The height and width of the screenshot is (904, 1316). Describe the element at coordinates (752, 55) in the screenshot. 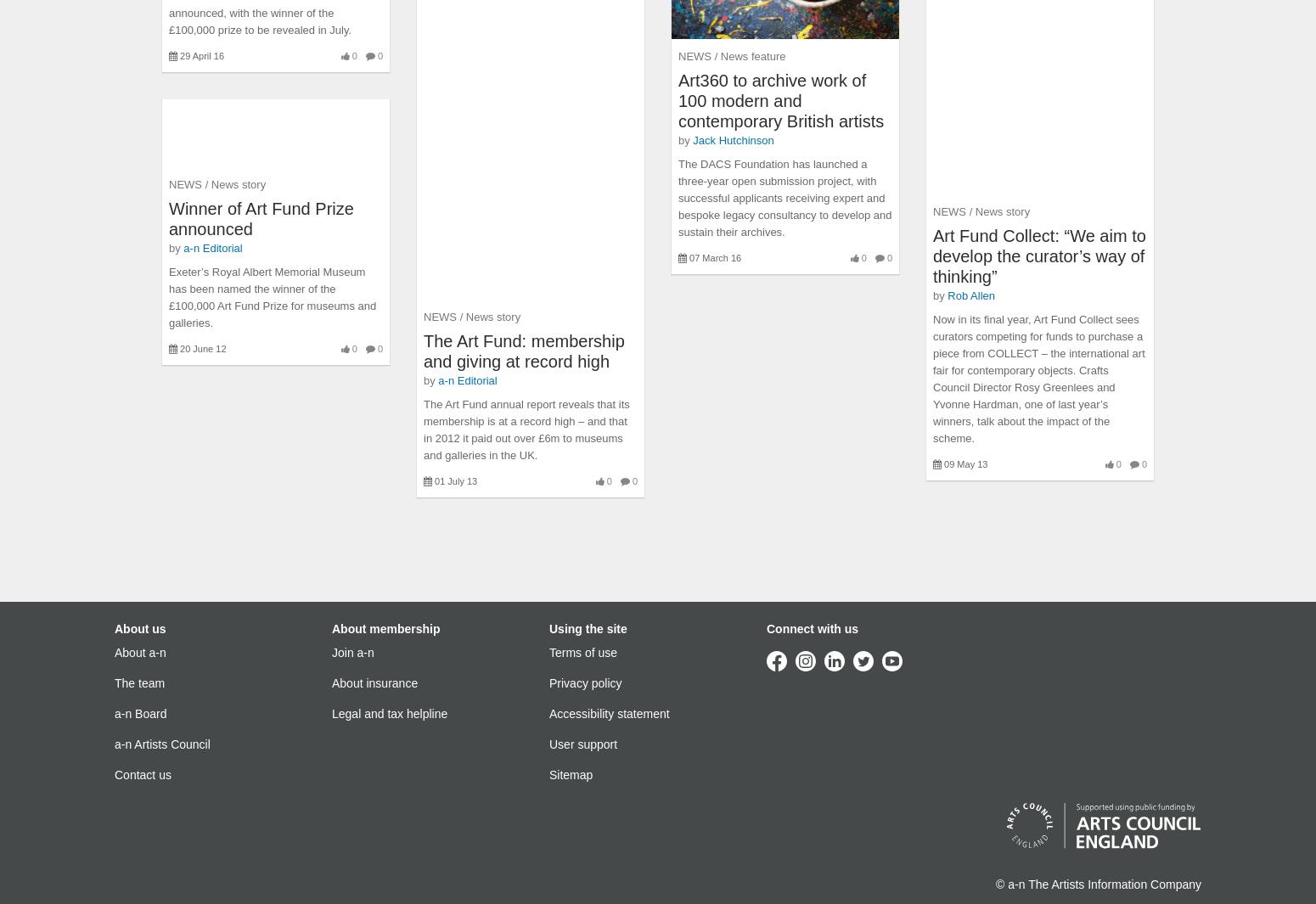

I see `'News feature'` at that location.